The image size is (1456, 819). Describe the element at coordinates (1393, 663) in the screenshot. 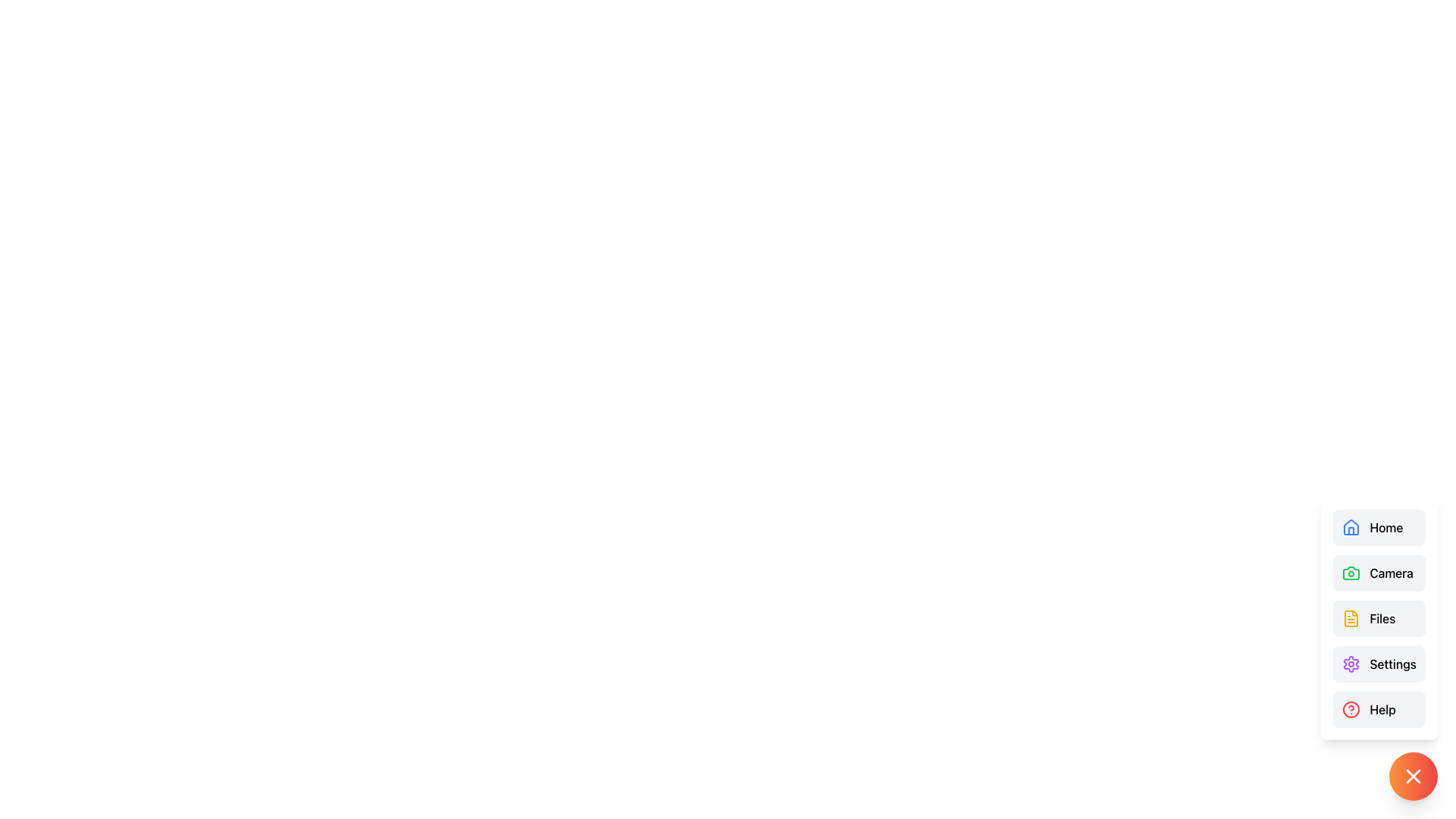

I see `the 'Settings' text label located in the right-side menu` at that location.